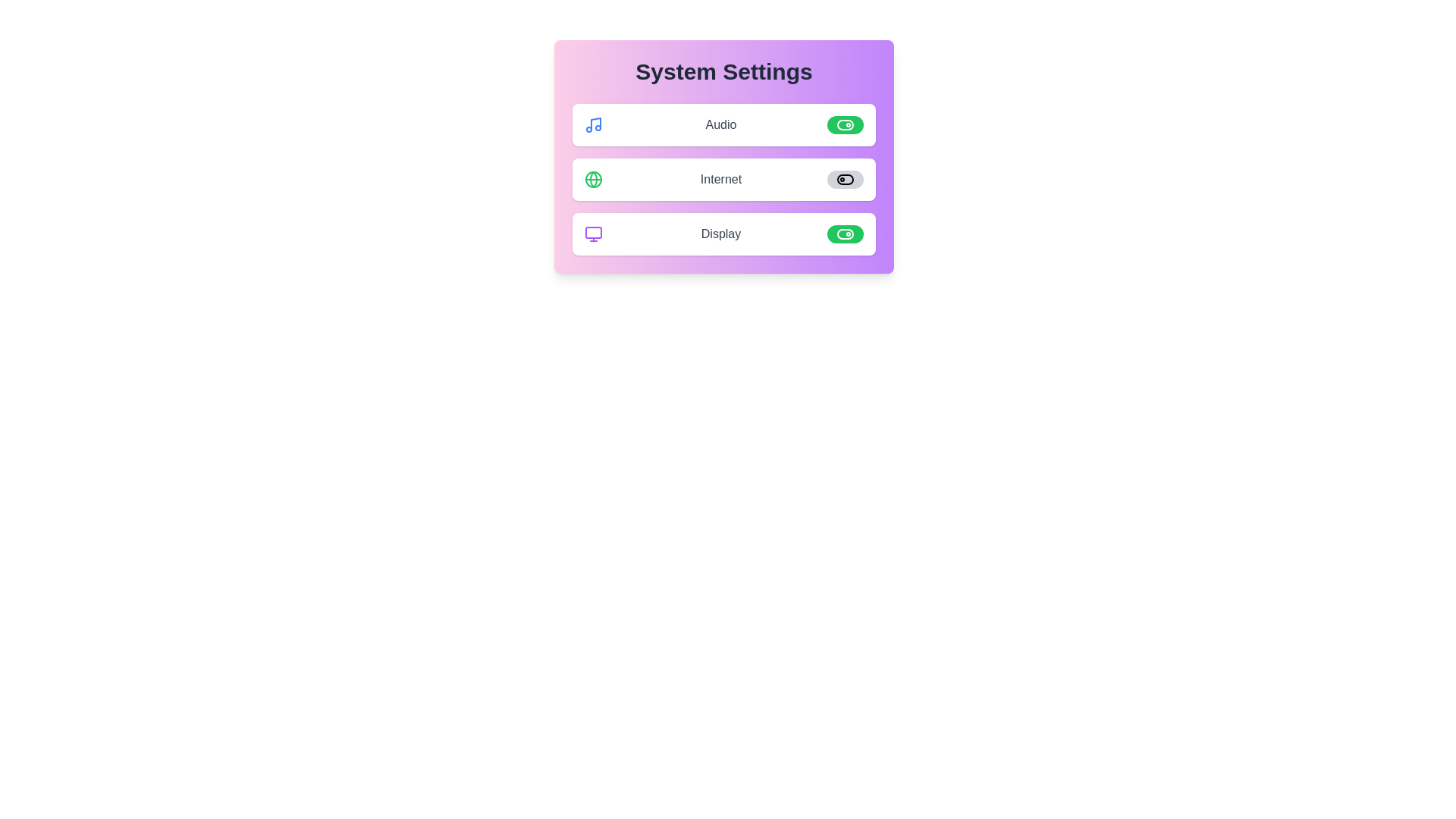 Image resolution: width=1456 pixels, height=819 pixels. What do you see at coordinates (844, 124) in the screenshot?
I see `the toggle switch with a vivid green background and white inner circle indicating 'ON' state, located within the 'Audio' section of the 'System Settings' panel` at bounding box center [844, 124].